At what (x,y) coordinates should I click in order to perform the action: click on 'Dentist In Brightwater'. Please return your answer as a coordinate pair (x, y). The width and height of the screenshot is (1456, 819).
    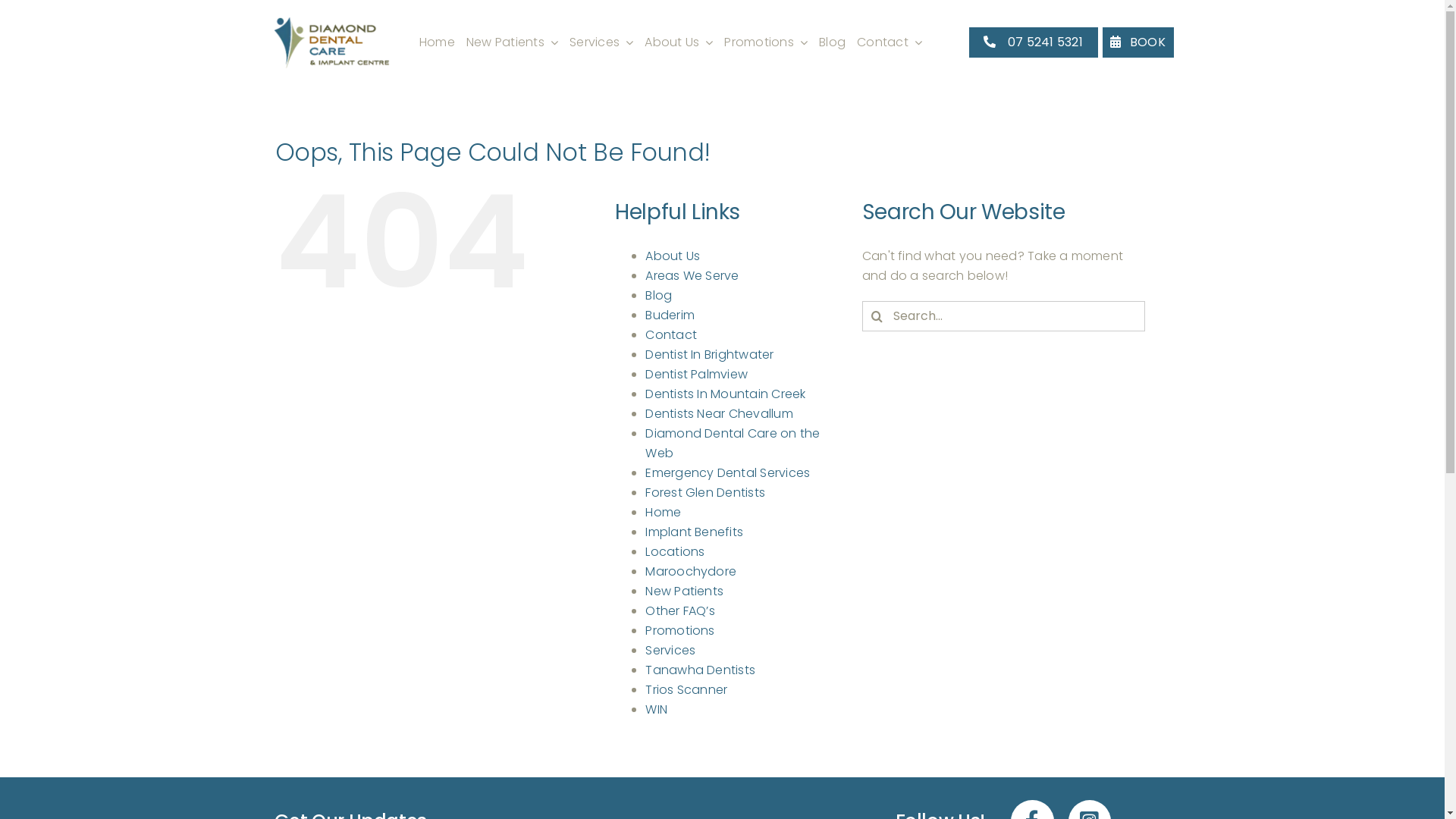
    Looking at the image, I should click on (708, 354).